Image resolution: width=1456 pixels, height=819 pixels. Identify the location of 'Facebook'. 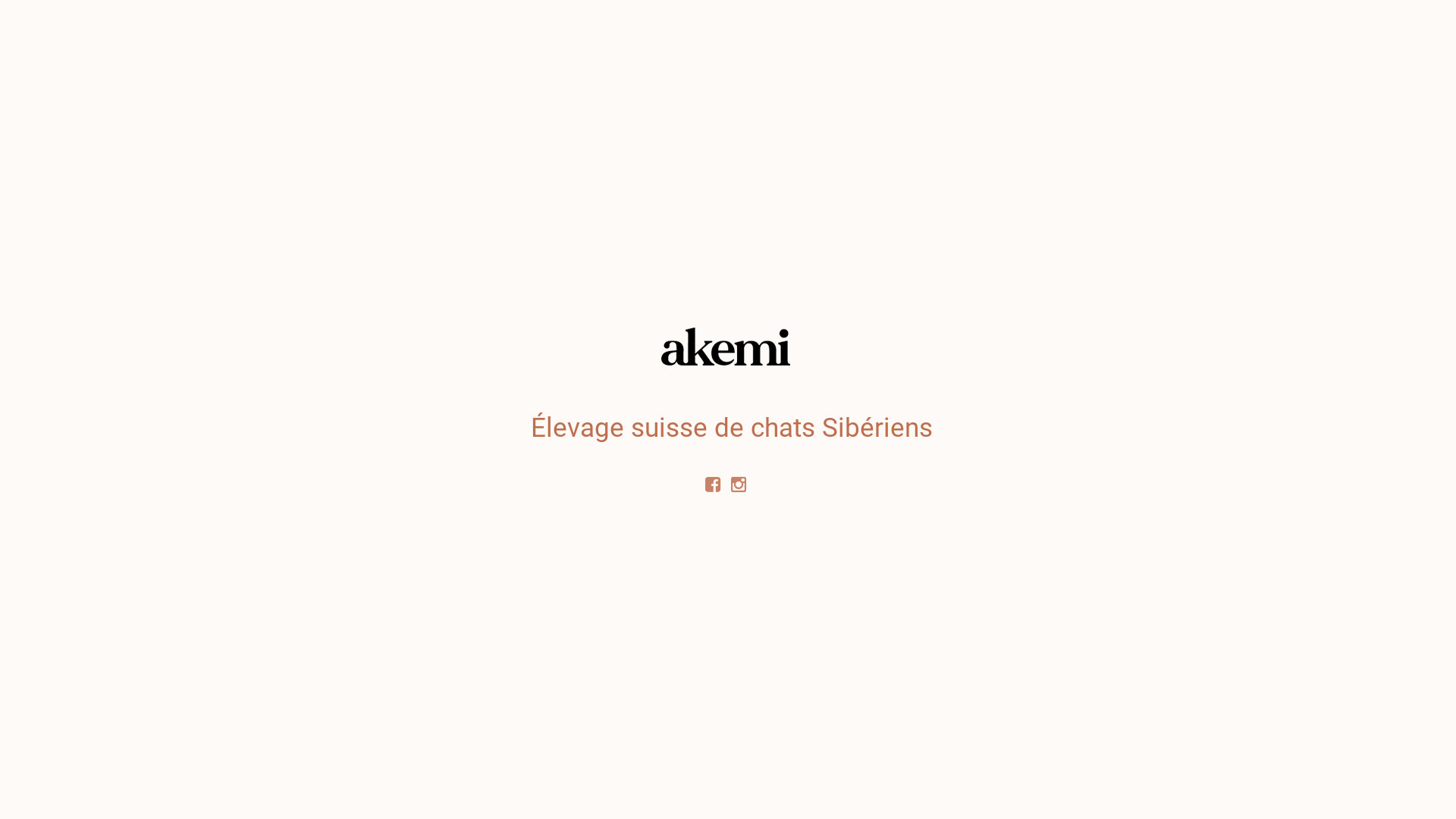
(700, 483).